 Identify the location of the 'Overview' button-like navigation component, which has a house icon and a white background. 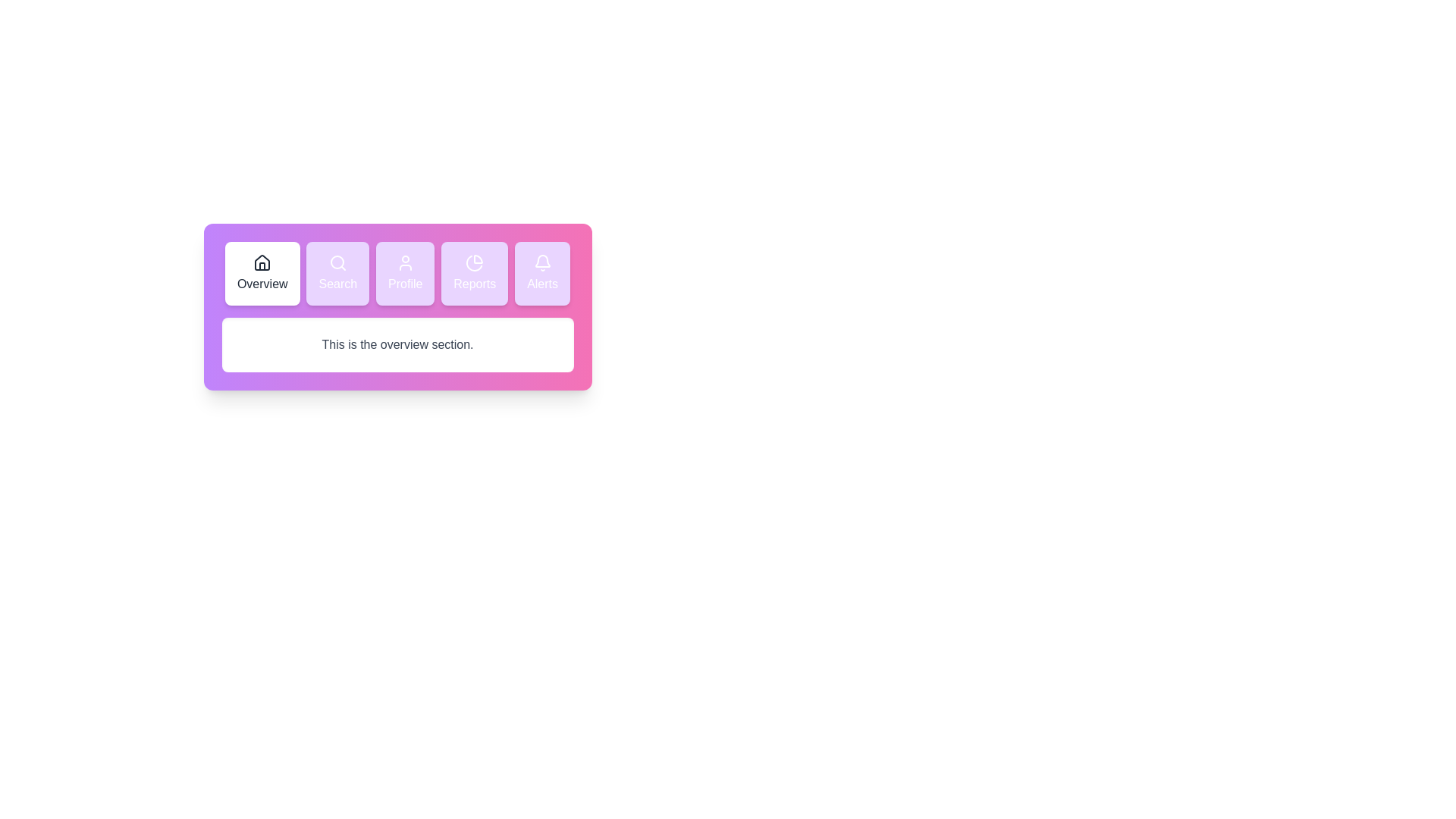
(262, 274).